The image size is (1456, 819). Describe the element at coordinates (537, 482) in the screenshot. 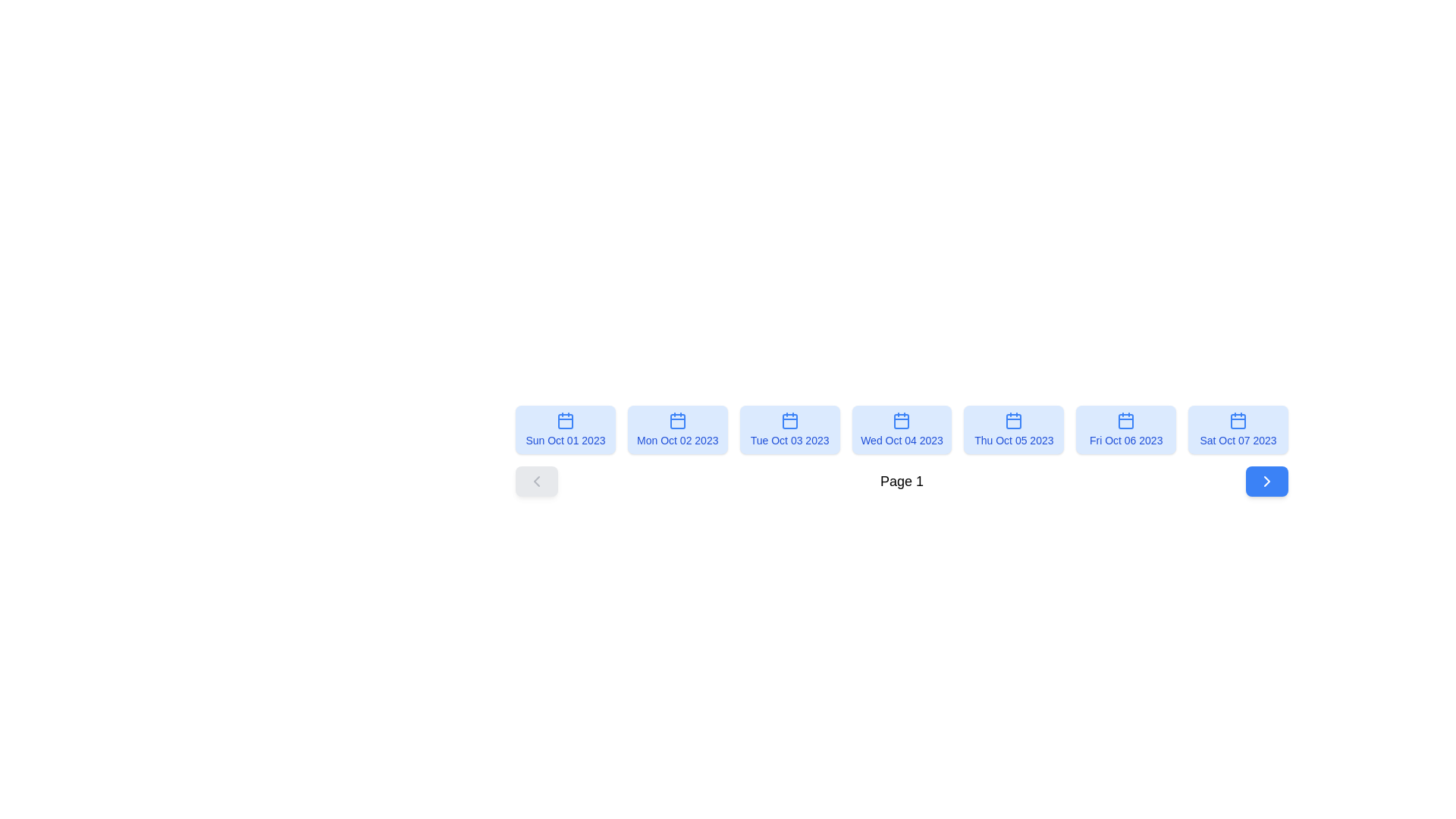

I see `the navigation arrow SVG icon located at the far left of the interface, adjacent to date-based buttons` at that location.